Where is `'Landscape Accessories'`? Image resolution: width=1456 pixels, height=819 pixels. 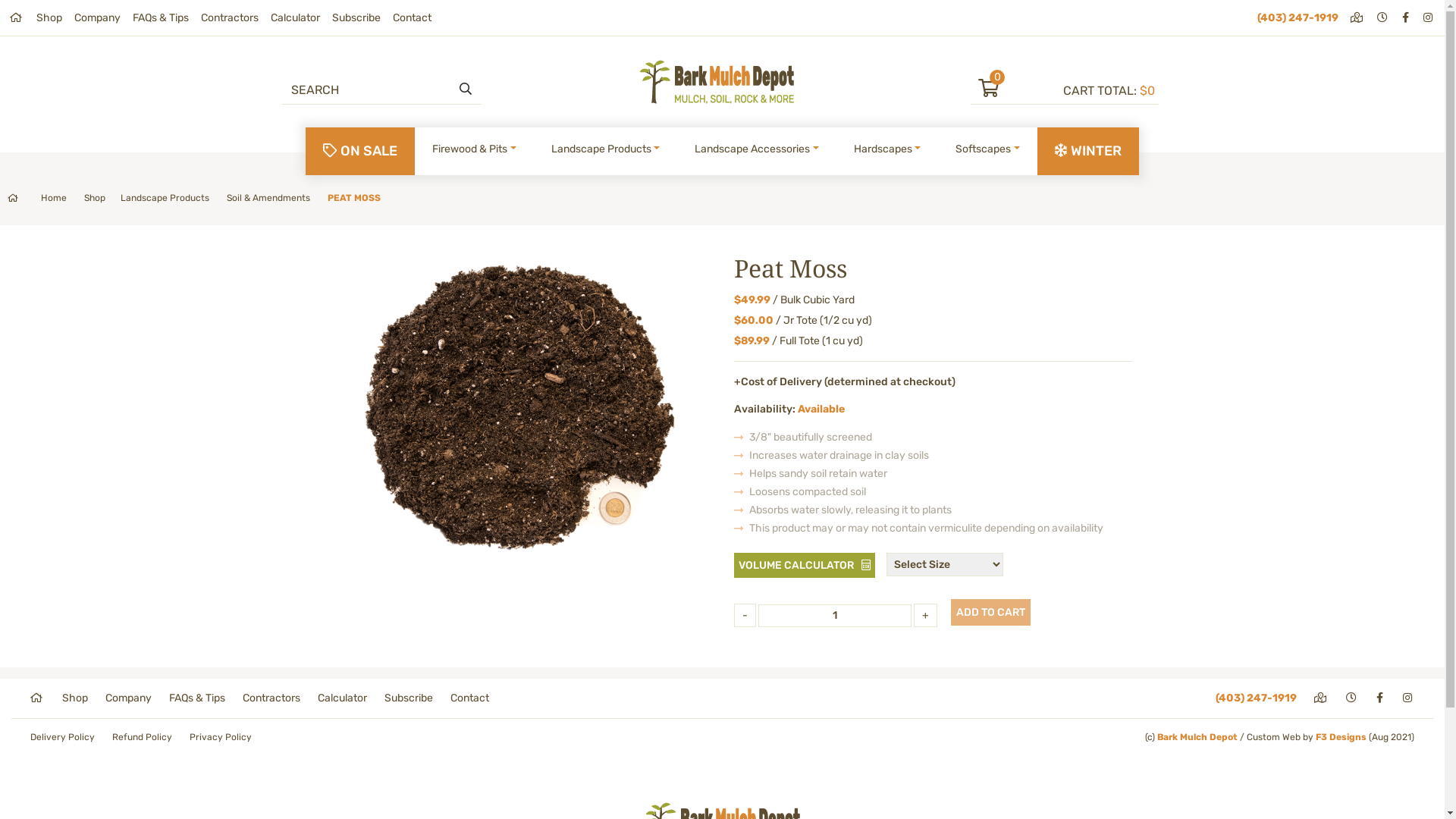 'Landscape Accessories' is located at coordinates (757, 149).